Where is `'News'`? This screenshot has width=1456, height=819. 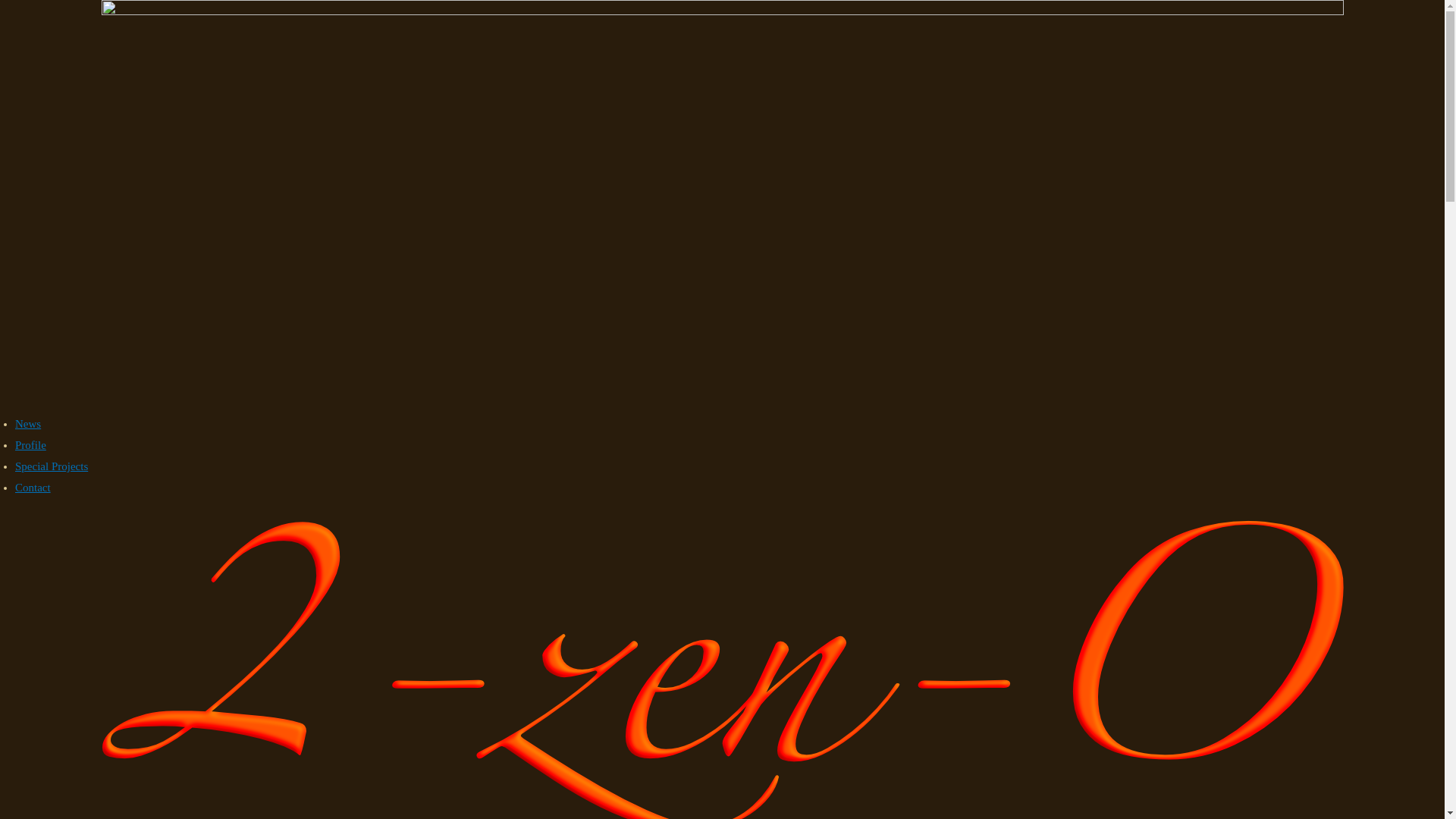
'News' is located at coordinates (14, 424).